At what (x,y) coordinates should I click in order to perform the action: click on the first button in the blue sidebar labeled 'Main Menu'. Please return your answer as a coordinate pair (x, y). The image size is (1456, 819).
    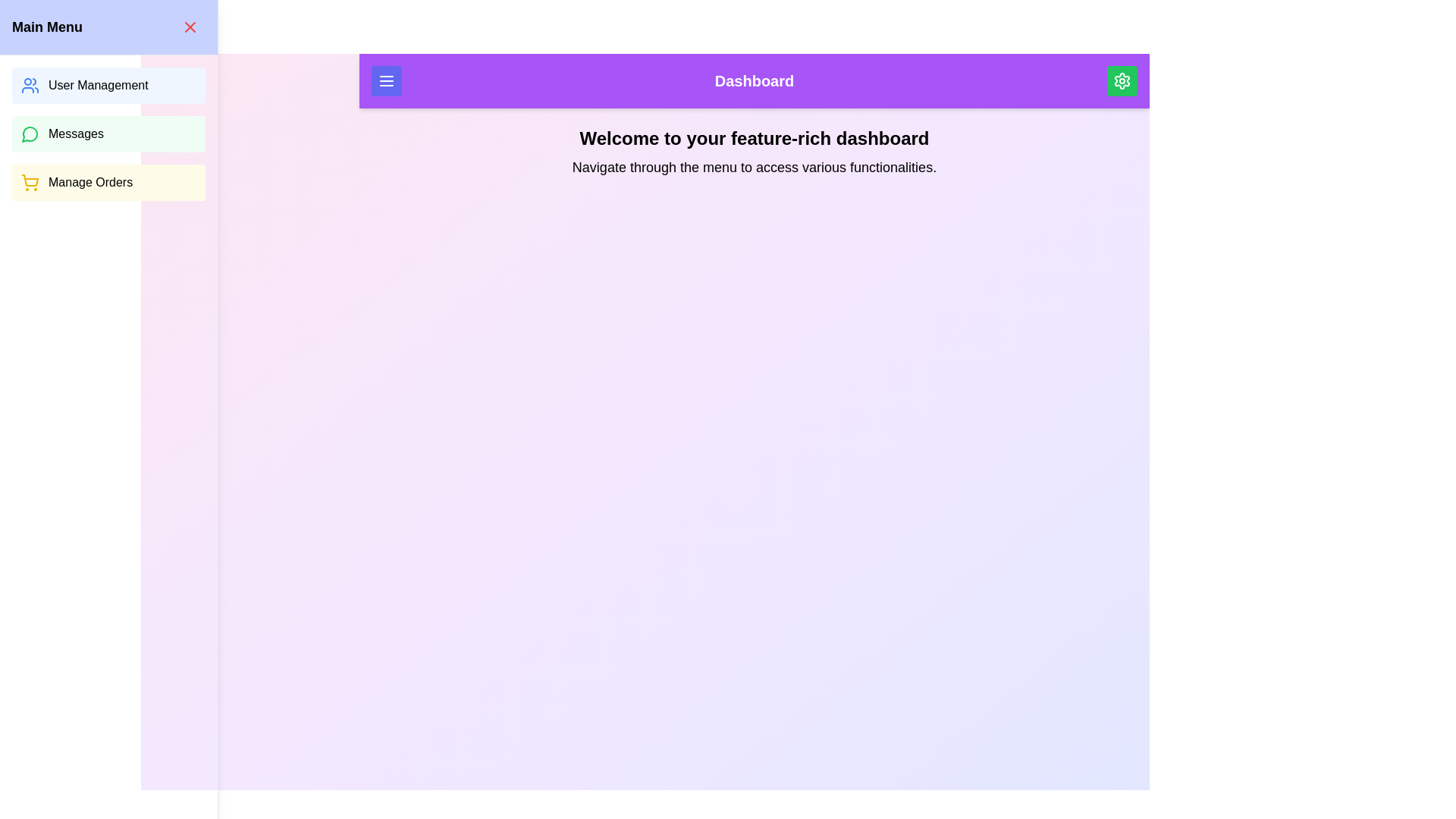
    Looking at the image, I should click on (108, 85).